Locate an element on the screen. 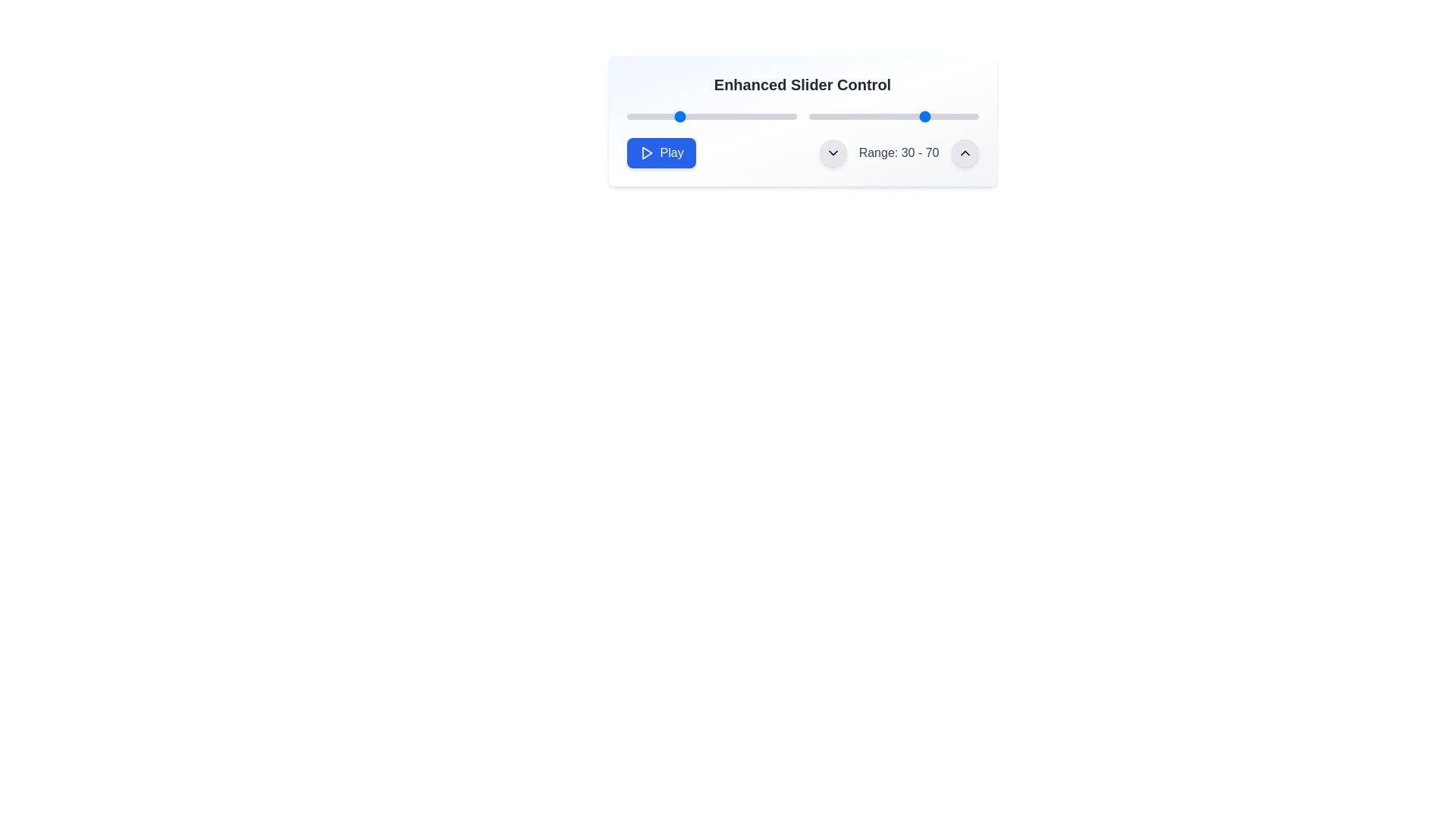 The width and height of the screenshot is (1456, 819). the static textual label displaying 'Range: 30 - 70', which is centrally positioned between two interactive buttons in a horizontal layout is located at coordinates (899, 152).